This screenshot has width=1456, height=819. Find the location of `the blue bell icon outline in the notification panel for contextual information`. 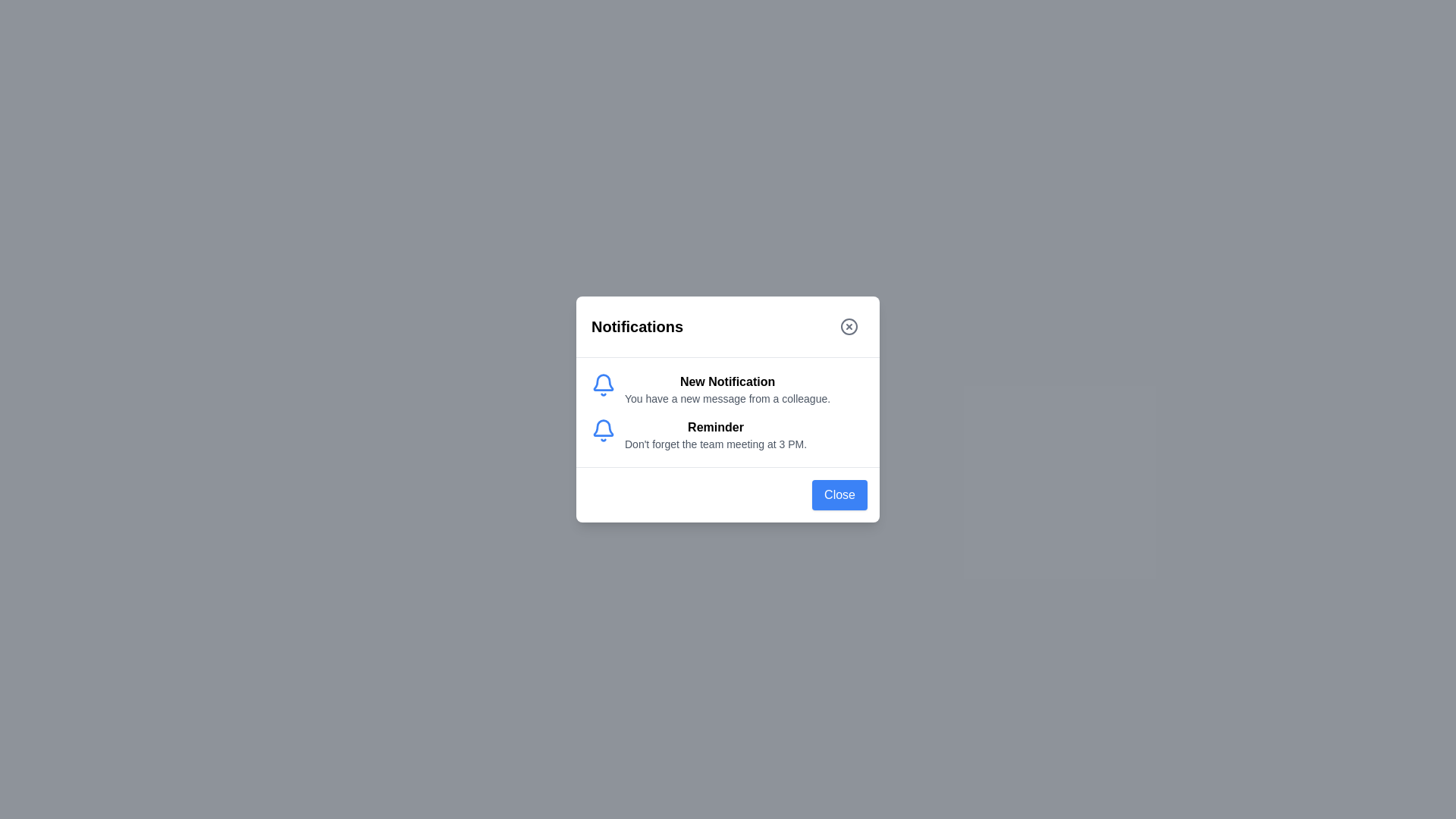

the blue bell icon outline in the notification panel for contextual information is located at coordinates (603, 428).